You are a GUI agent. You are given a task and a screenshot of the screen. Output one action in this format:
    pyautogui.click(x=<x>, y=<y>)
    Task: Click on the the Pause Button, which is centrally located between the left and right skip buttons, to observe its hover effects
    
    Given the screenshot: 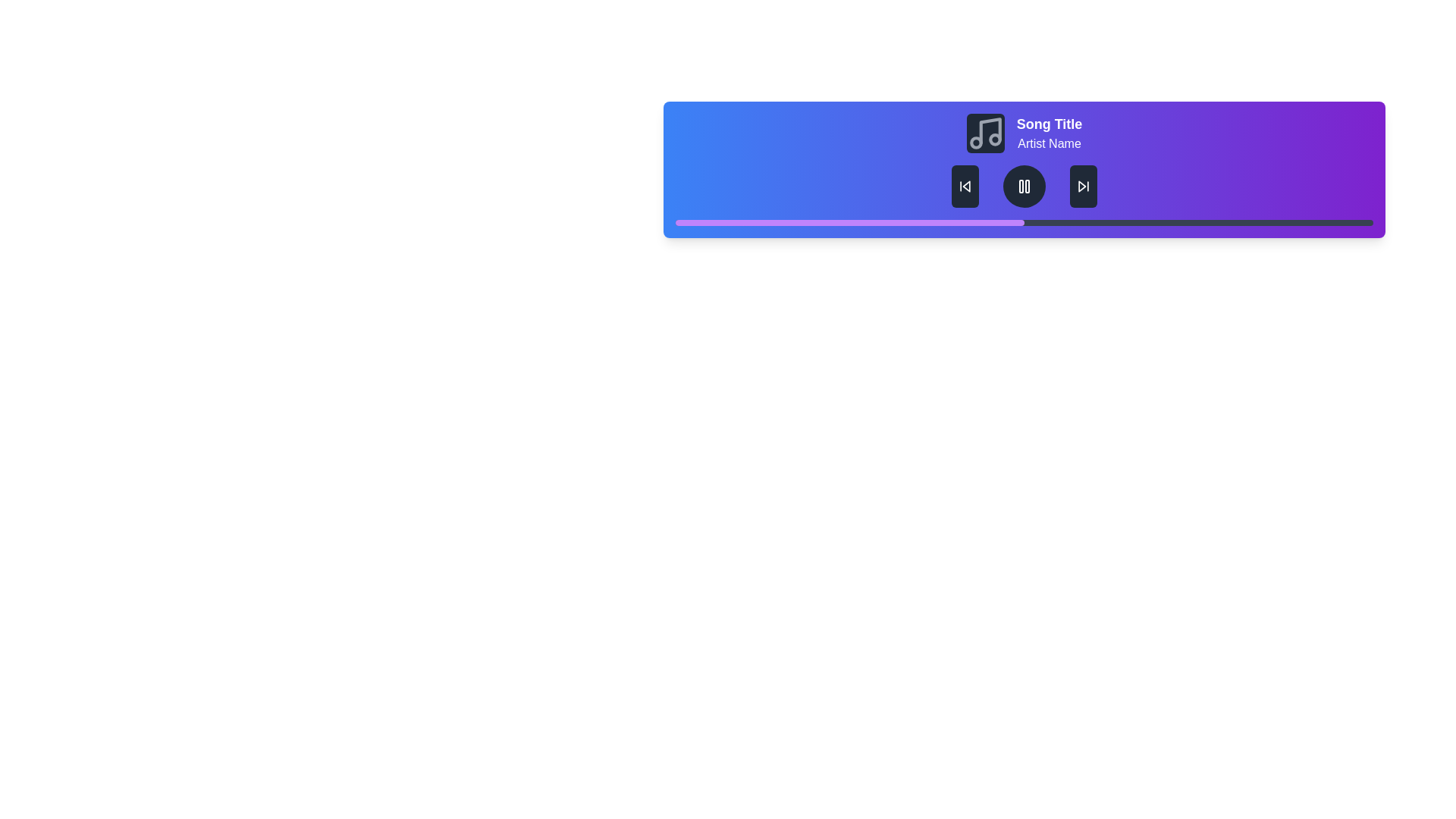 What is the action you would take?
    pyautogui.click(x=1024, y=186)
    